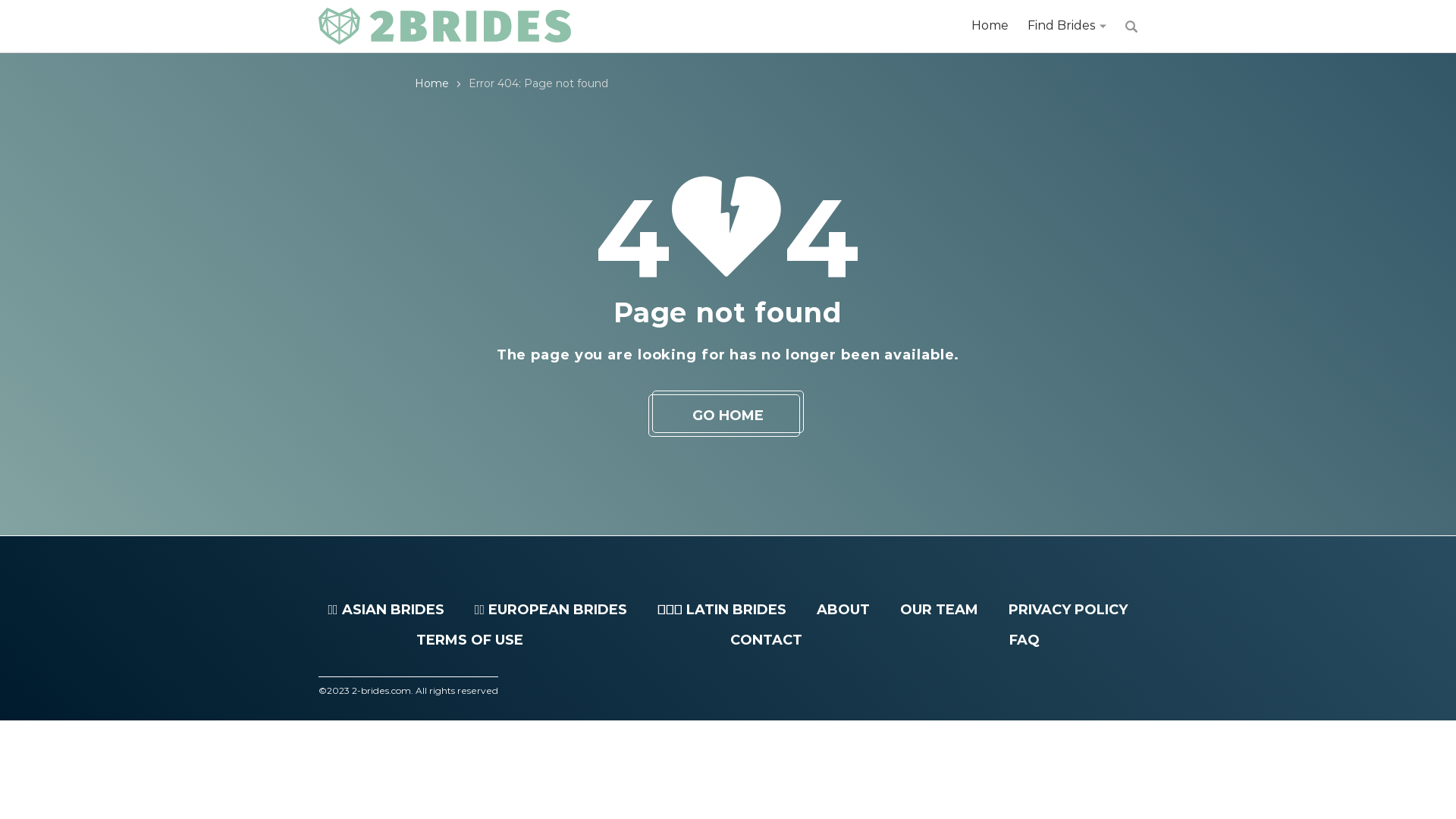 The width and height of the screenshot is (1456, 819). What do you see at coordinates (469, 640) in the screenshot?
I see `'TERMS OF USE'` at bounding box center [469, 640].